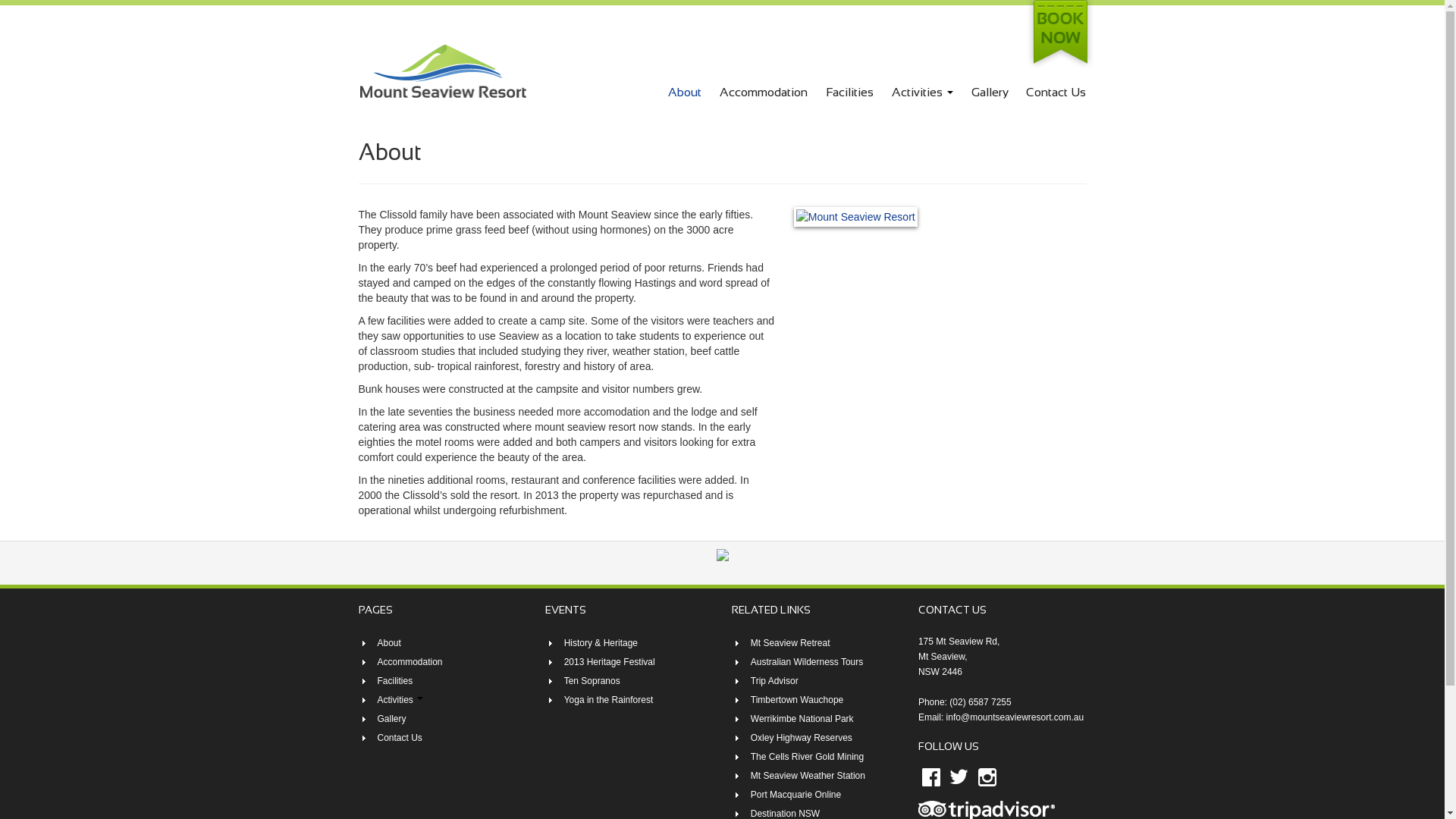 The width and height of the screenshot is (1456, 819). I want to click on 'Yoga in the Rainforest', so click(608, 699).